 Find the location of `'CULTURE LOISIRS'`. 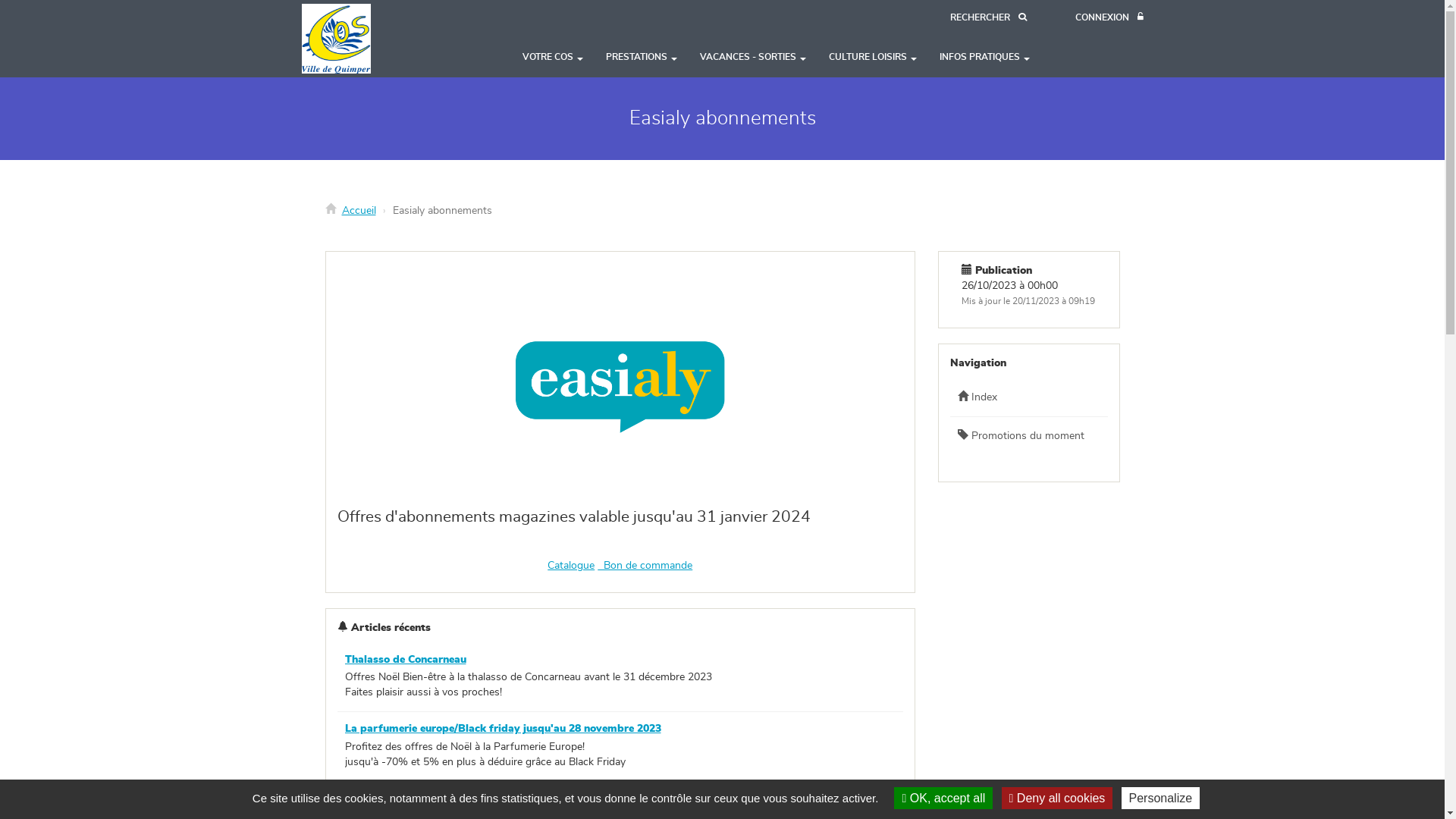

'CULTURE LOISIRS' is located at coordinates (873, 55).